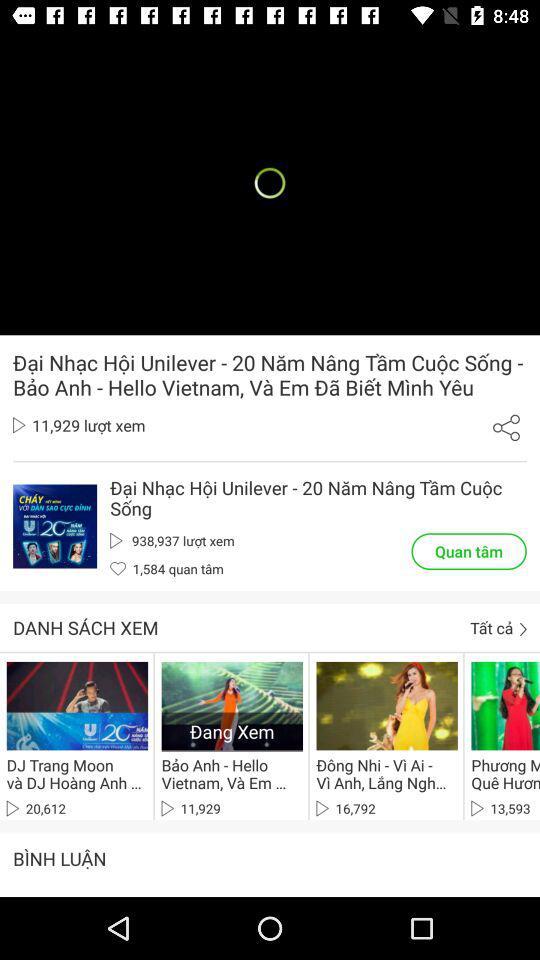 Image resolution: width=540 pixels, height=960 pixels. What do you see at coordinates (55, 526) in the screenshot?
I see `the image on left to the love icon on the web page` at bounding box center [55, 526].